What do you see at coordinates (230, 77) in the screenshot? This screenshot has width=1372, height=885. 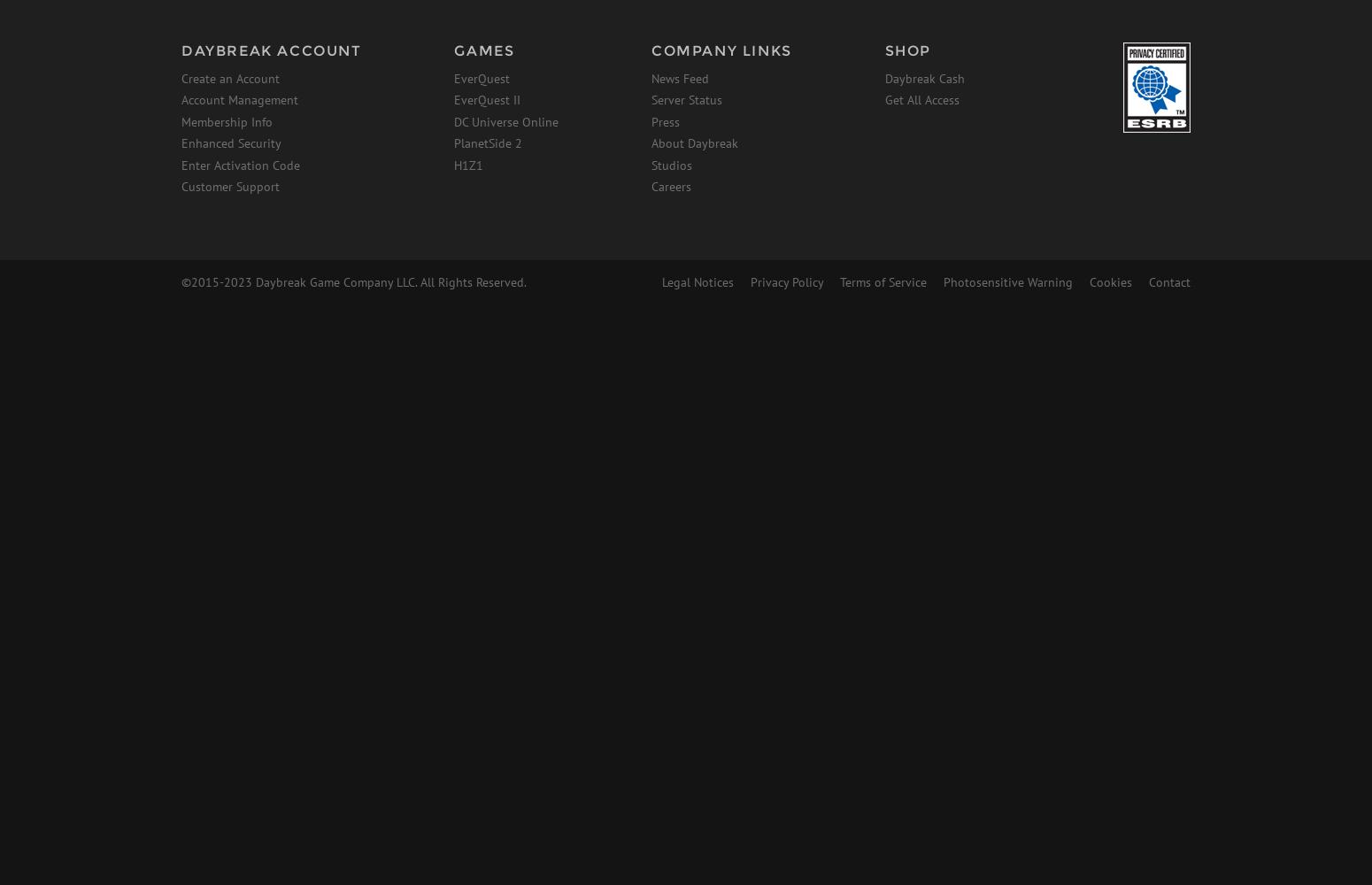 I see `'Create an Account'` at bounding box center [230, 77].